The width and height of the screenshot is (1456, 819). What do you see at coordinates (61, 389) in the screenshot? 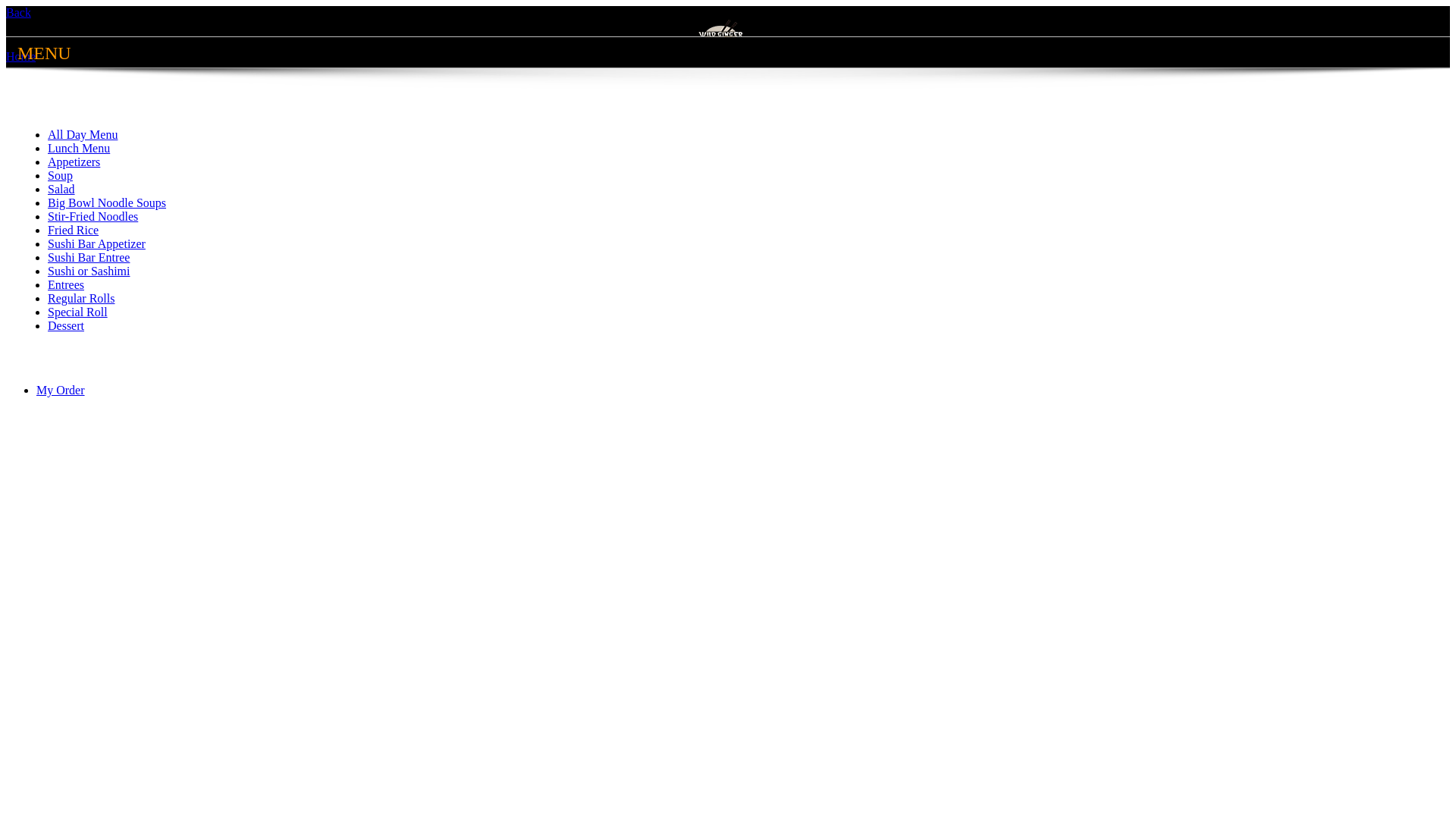
I see `'My Order'` at bounding box center [61, 389].